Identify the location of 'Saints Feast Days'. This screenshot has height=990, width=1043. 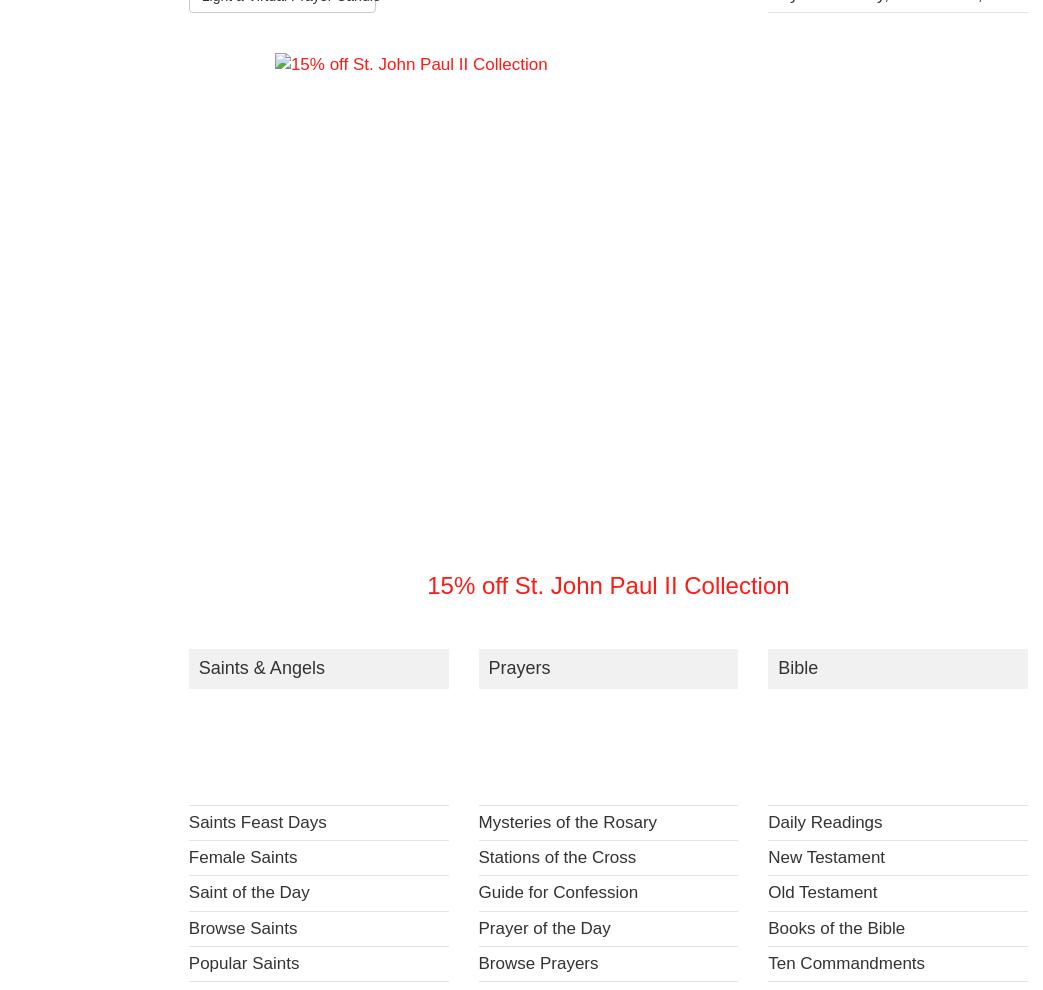
(256, 821).